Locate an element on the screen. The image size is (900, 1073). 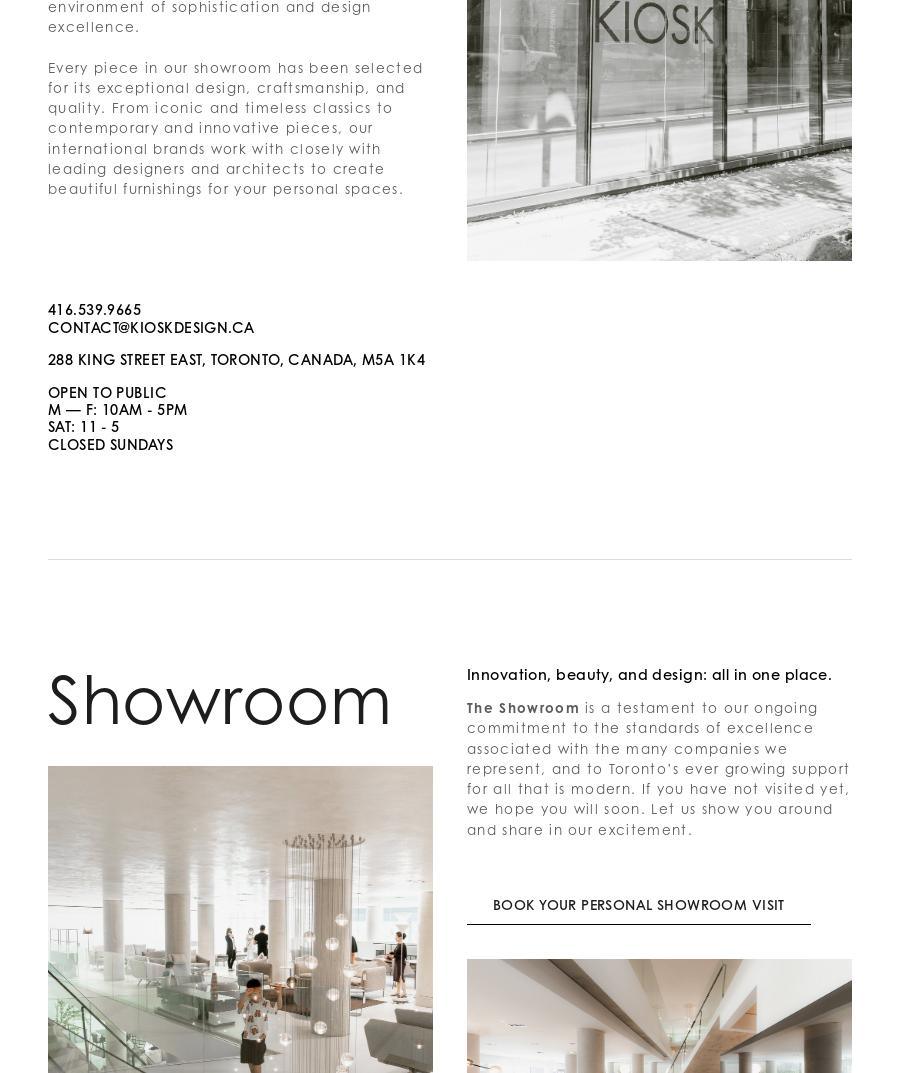
'OPEN TO PUBLIC' is located at coordinates (106, 390).